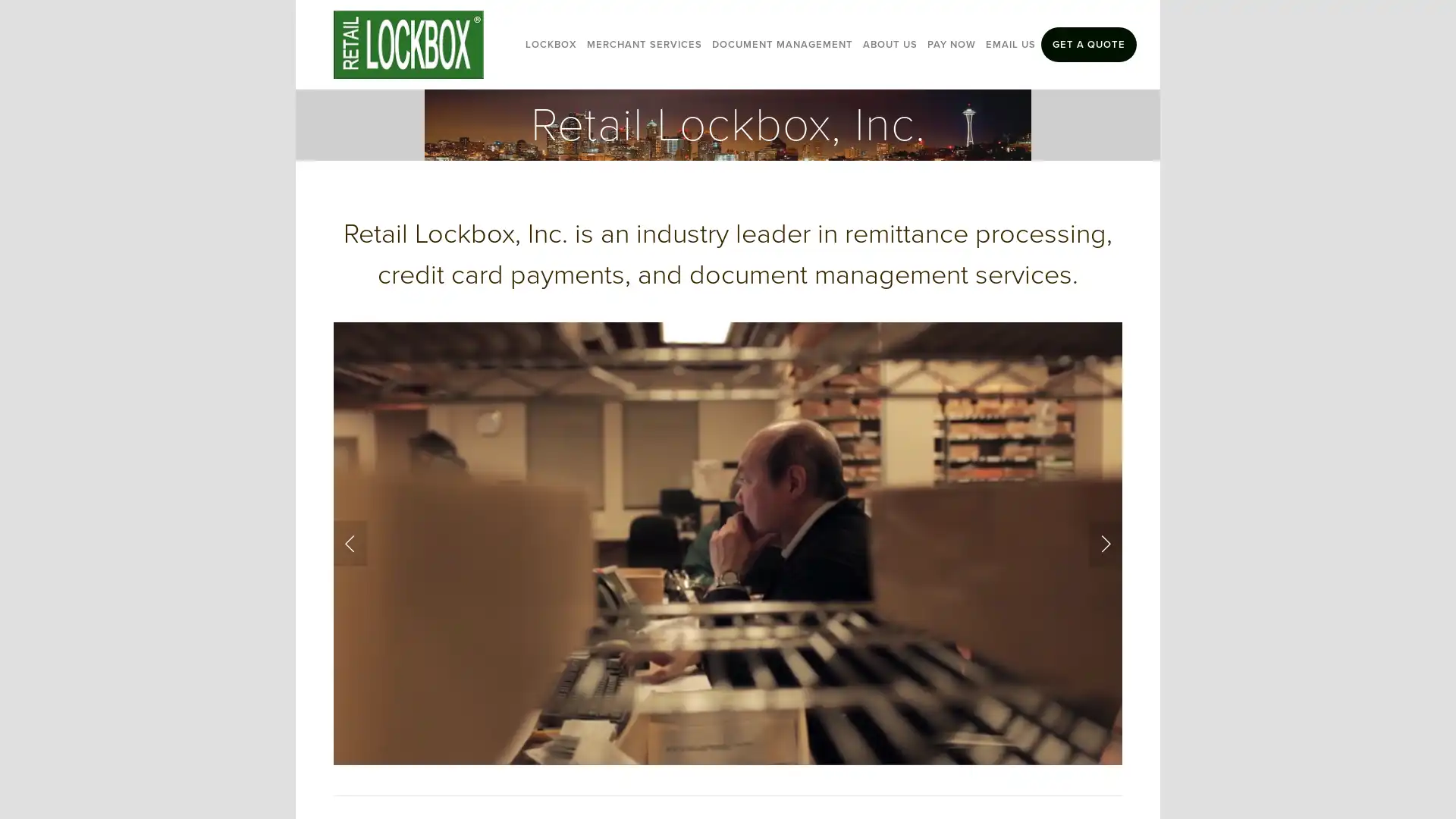 The image size is (1456, 819). I want to click on Next Slide, so click(1106, 542).